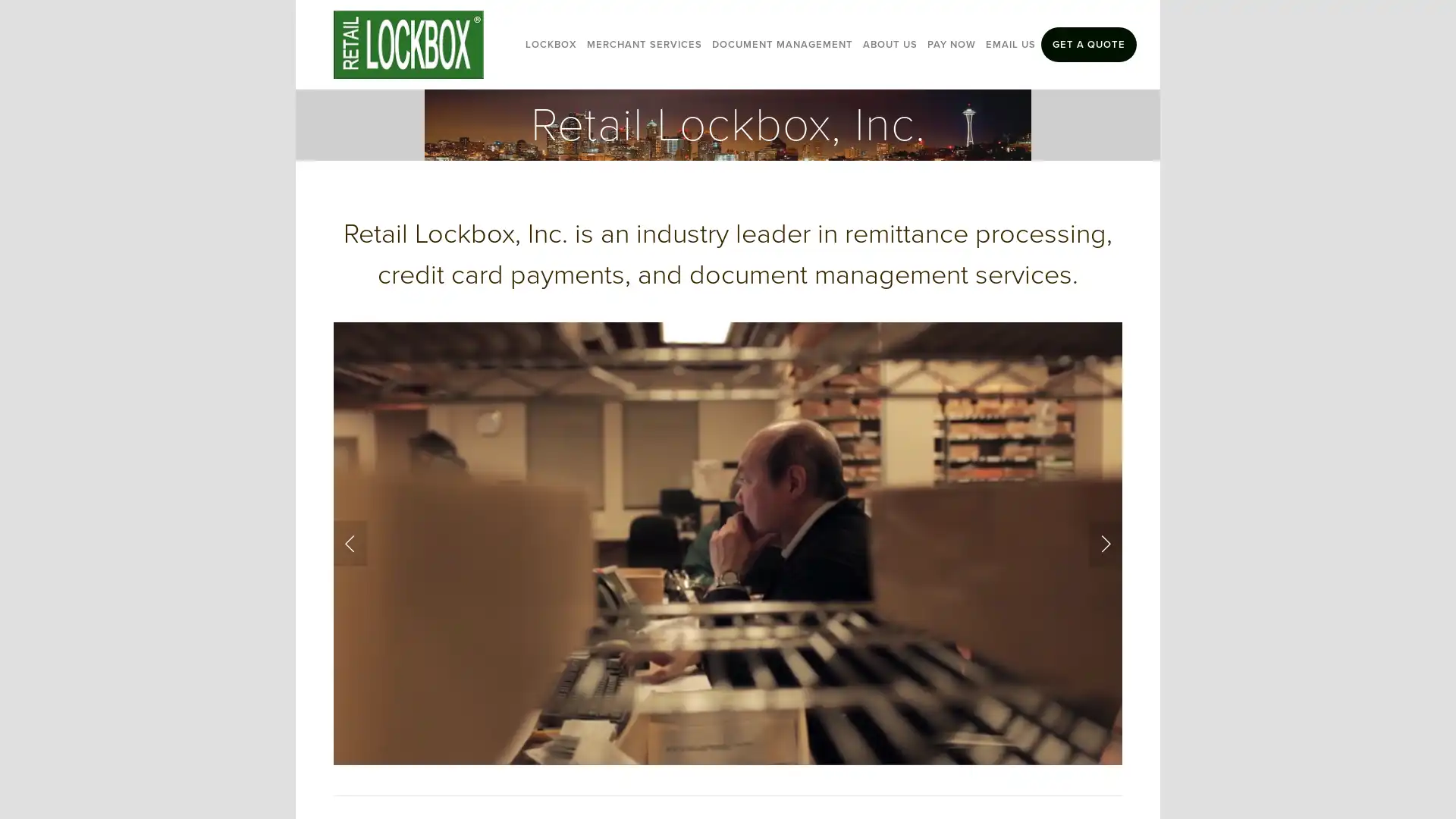 The image size is (1456, 819). I want to click on Next Slide, so click(1106, 542).